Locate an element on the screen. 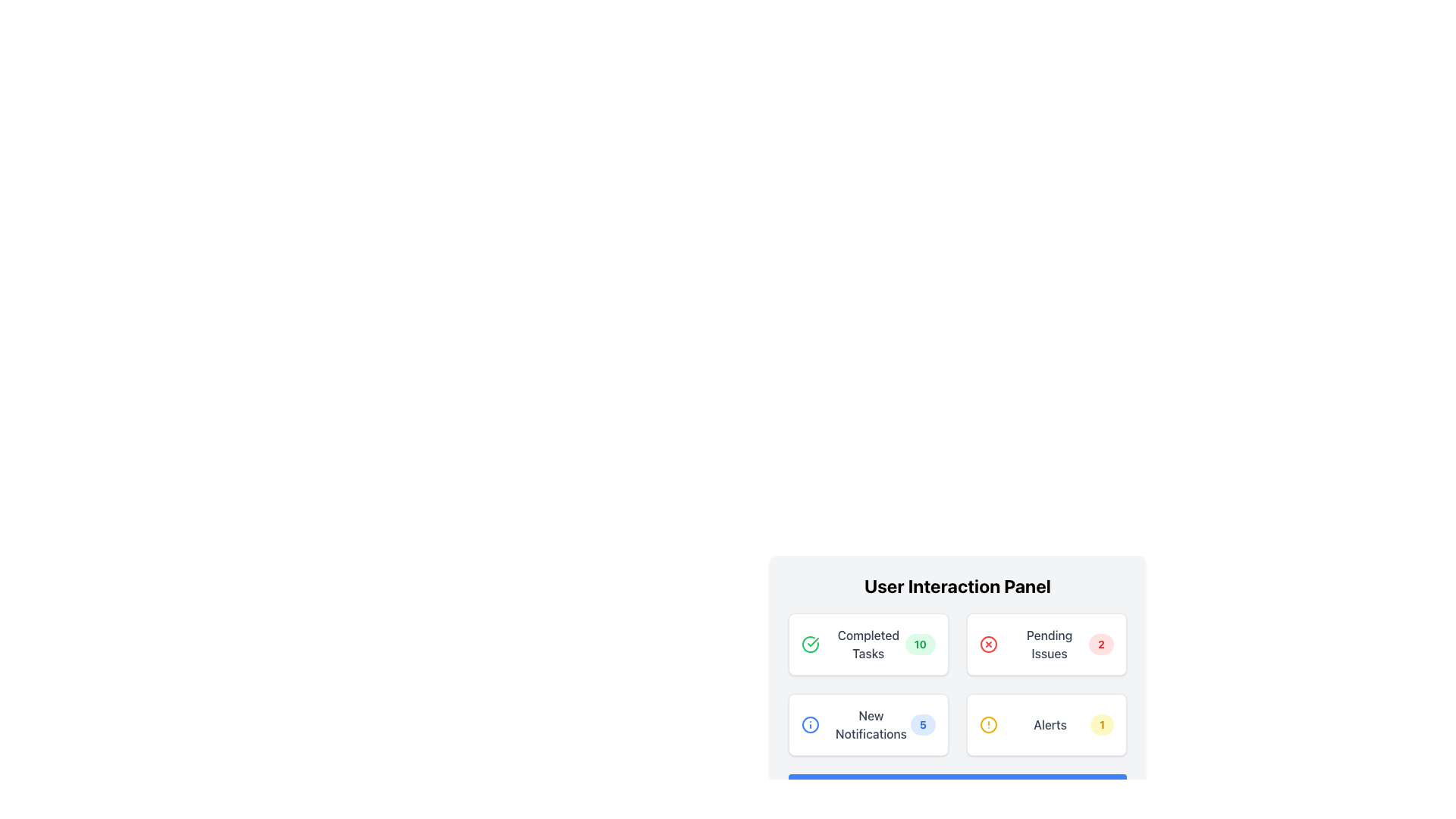 This screenshot has width=1456, height=819. the 'New Notifications' icon located in the lower-left quadrant of the User Interaction Panel is located at coordinates (810, 724).